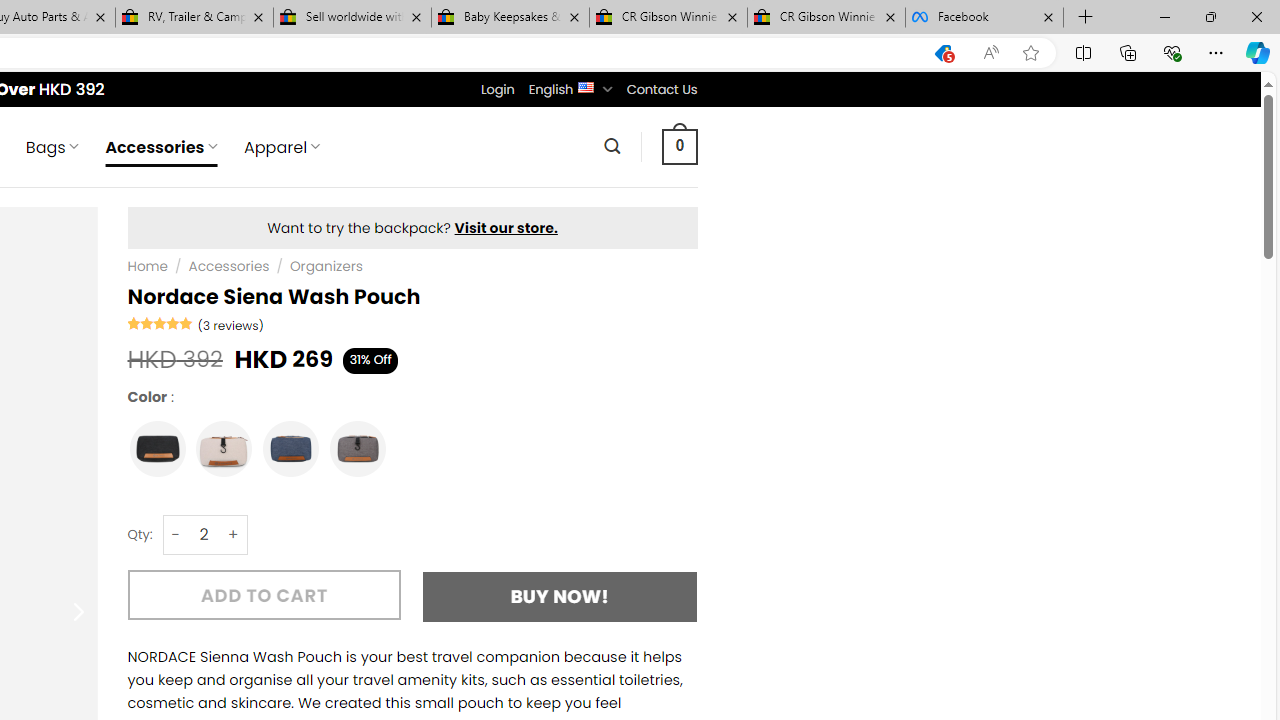 The image size is (1280, 720). What do you see at coordinates (1255, 16) in the screenshot?
I see `'Close'` at bounding box center [1255, 16].